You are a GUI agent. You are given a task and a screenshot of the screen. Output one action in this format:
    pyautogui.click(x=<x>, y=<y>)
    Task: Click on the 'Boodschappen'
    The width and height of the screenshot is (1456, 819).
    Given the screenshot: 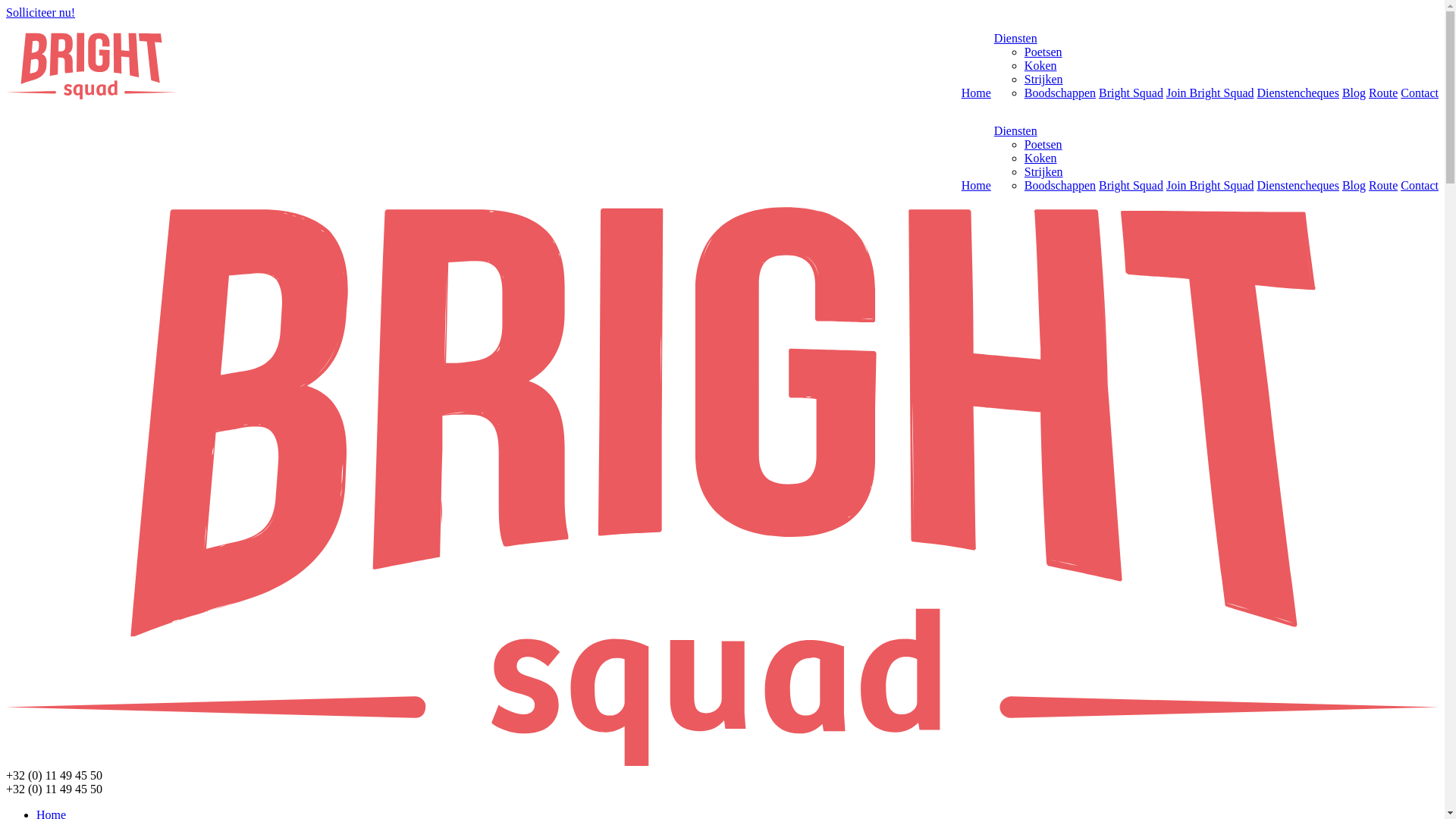 What is the action you would take?
    pyautogui.click(x=1059, y=184)
    